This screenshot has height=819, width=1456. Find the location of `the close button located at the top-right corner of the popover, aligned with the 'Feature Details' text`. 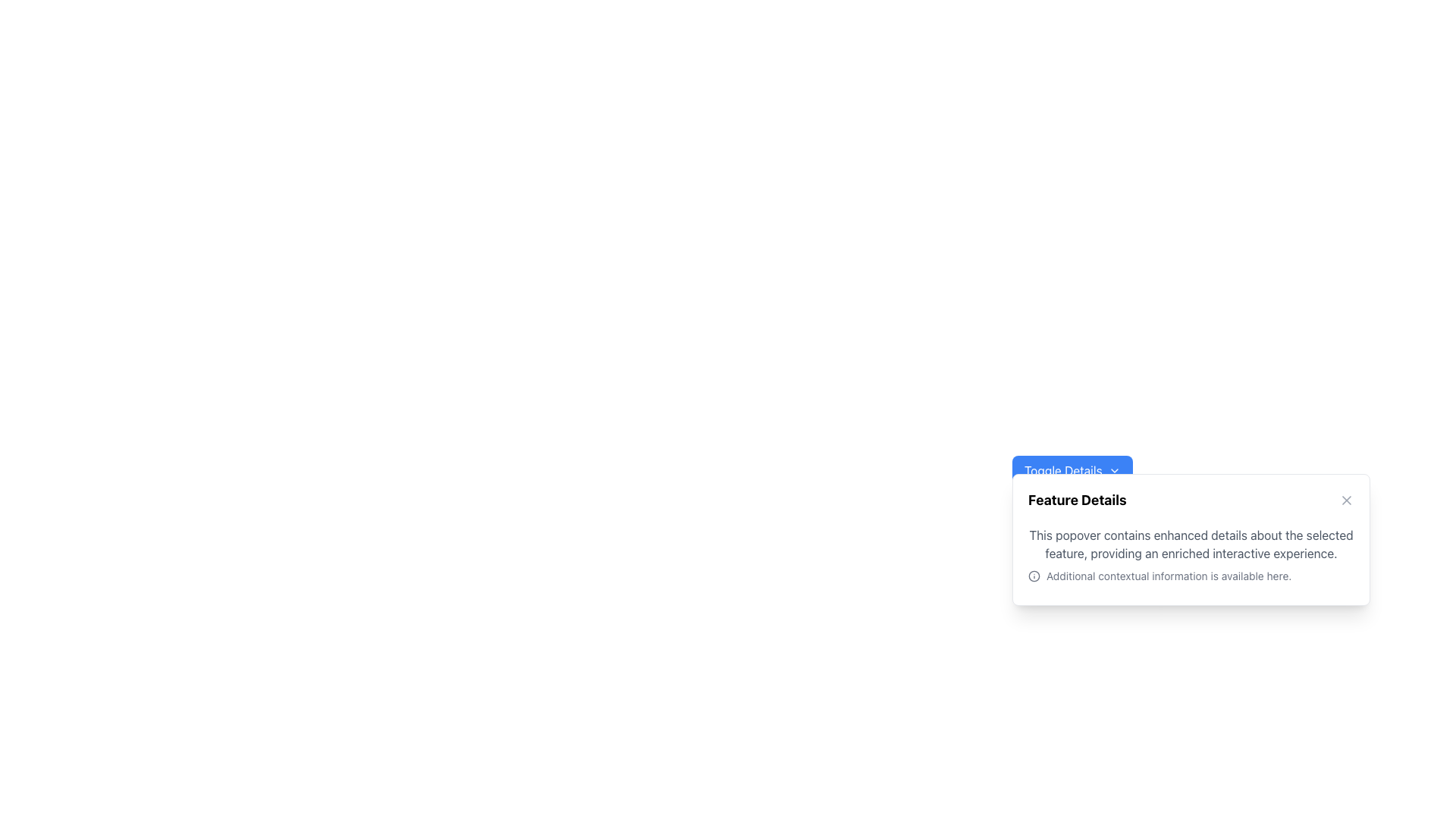

the close button located at the top-right corner of the popover, aligned with the 'Feature Details' text is located at coordinates (1347, 500).